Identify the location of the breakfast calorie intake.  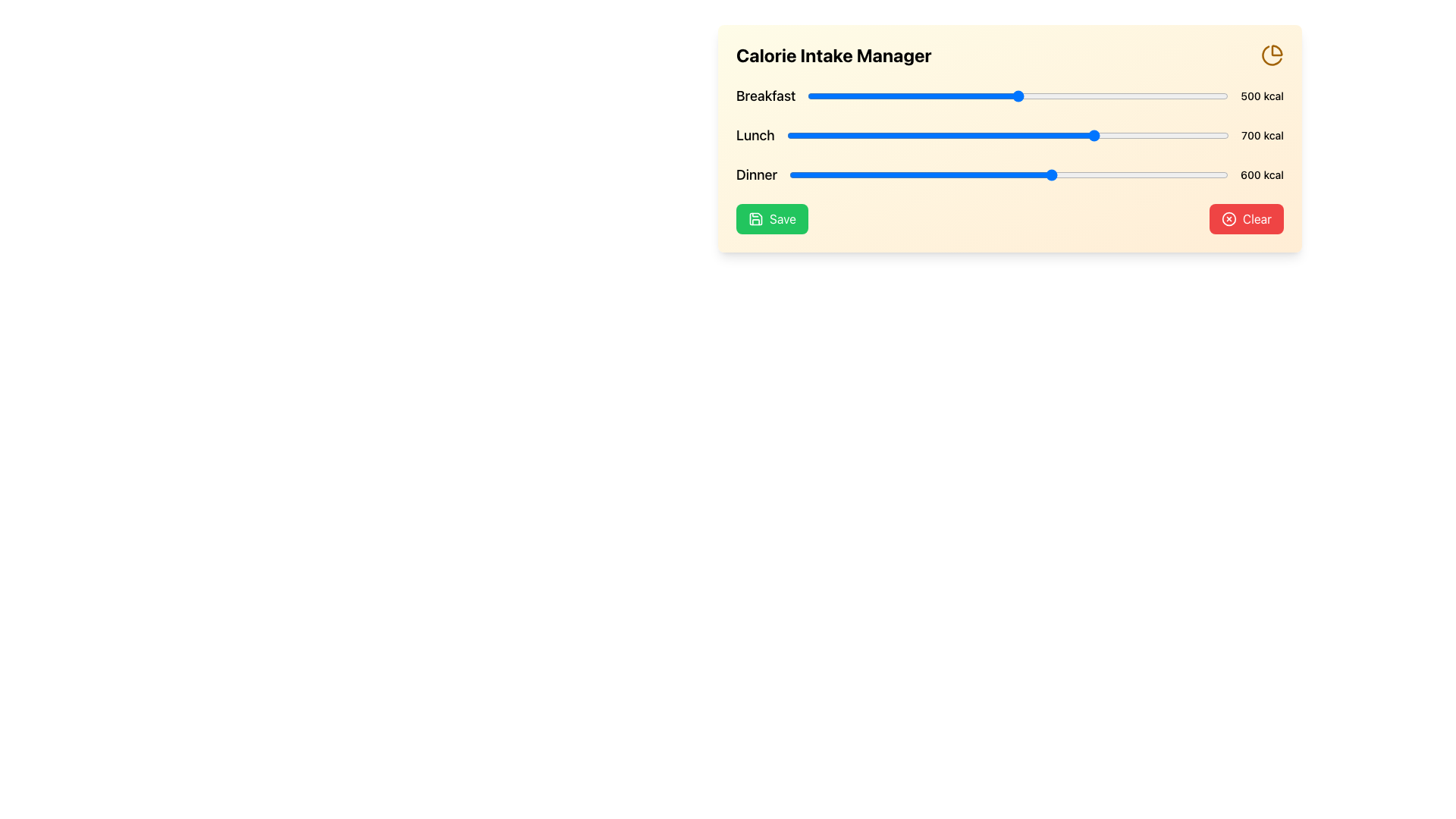
(1007, 96).